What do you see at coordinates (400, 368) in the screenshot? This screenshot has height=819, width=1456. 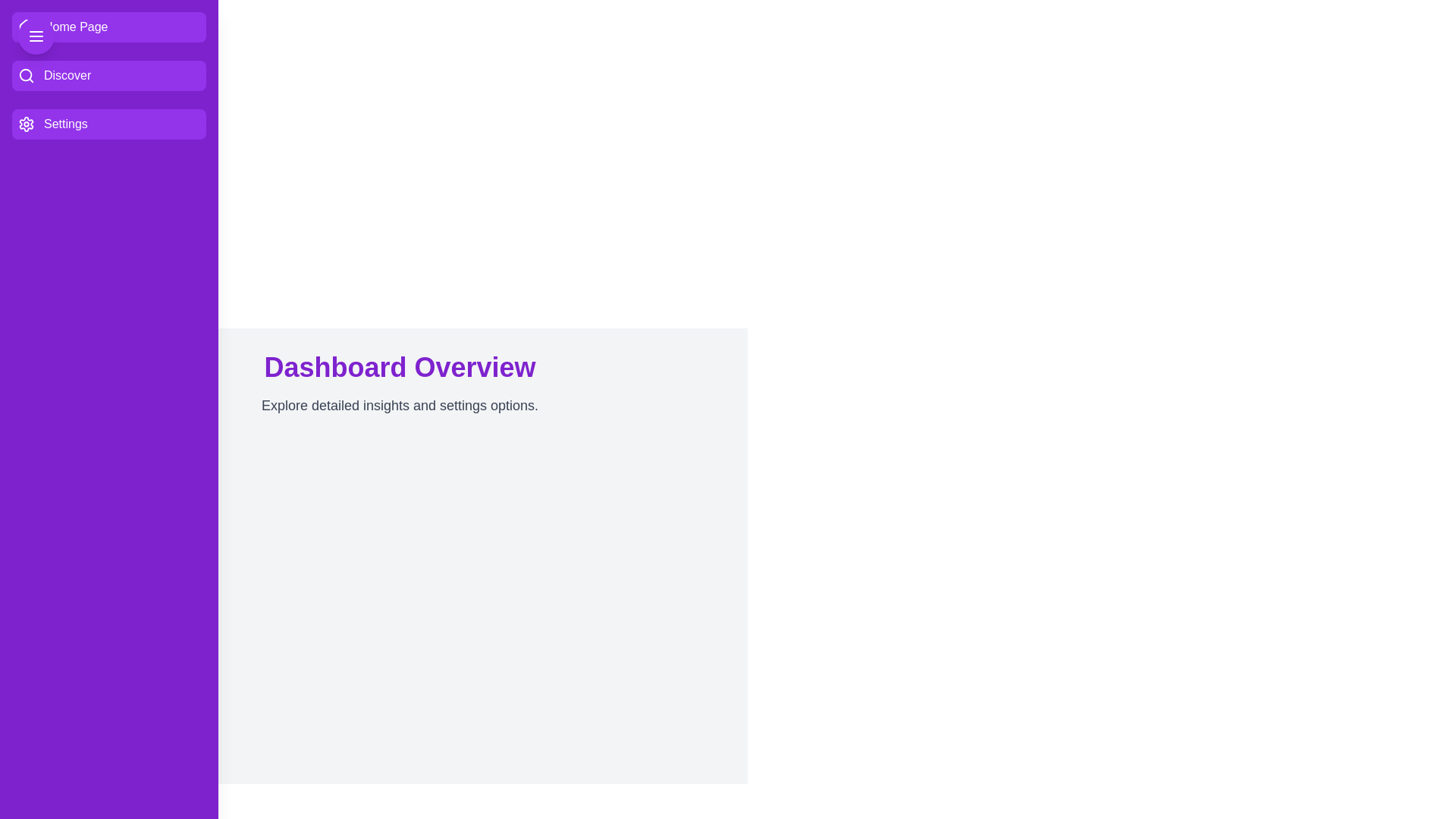 I see `the 'Dashboard Overview' text area and read its content` at bounding box center [400, 368].